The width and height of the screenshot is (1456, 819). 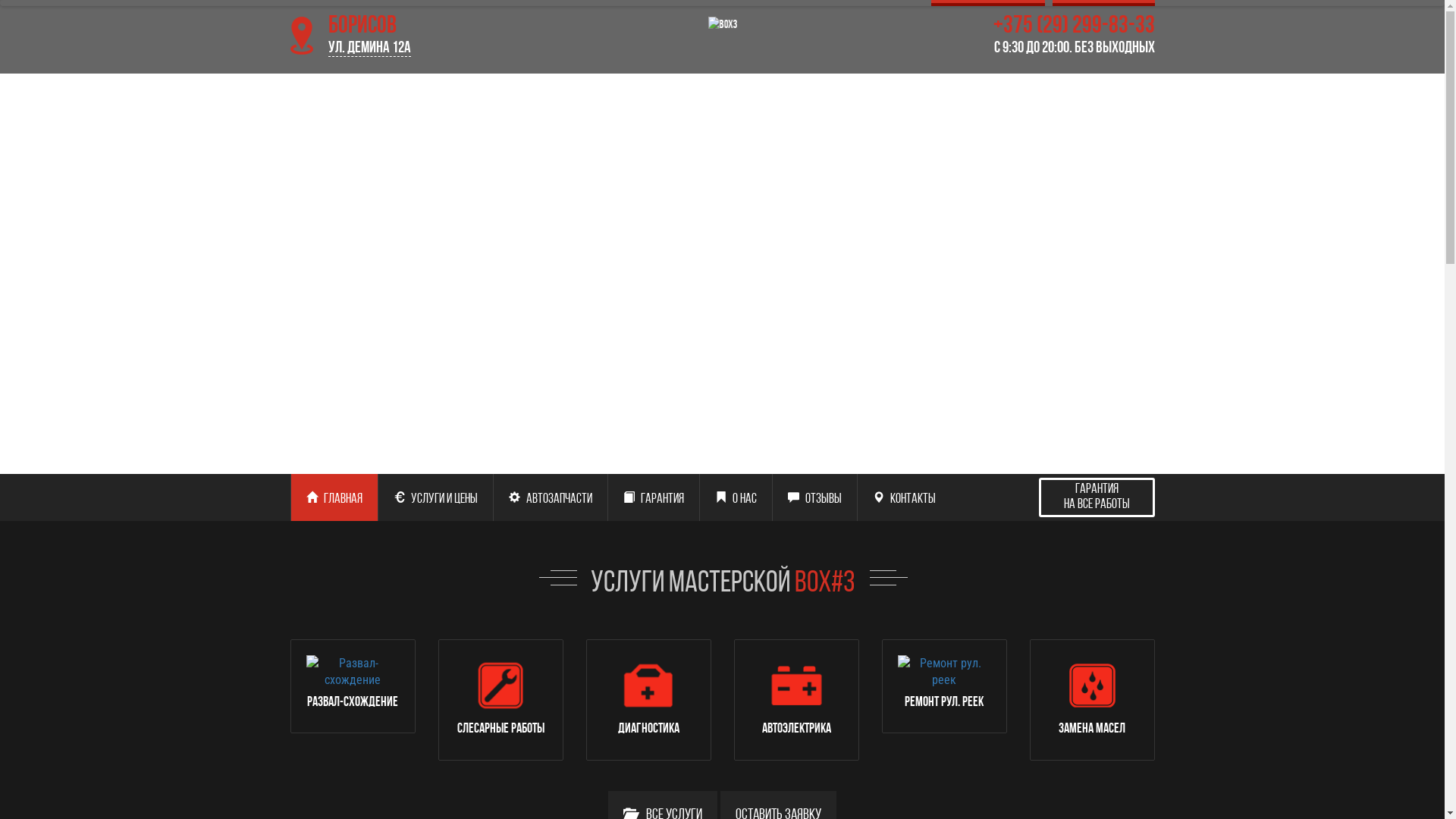 I want to click on '+375 (29) 299-83-33', so click(x=1018, y=36).